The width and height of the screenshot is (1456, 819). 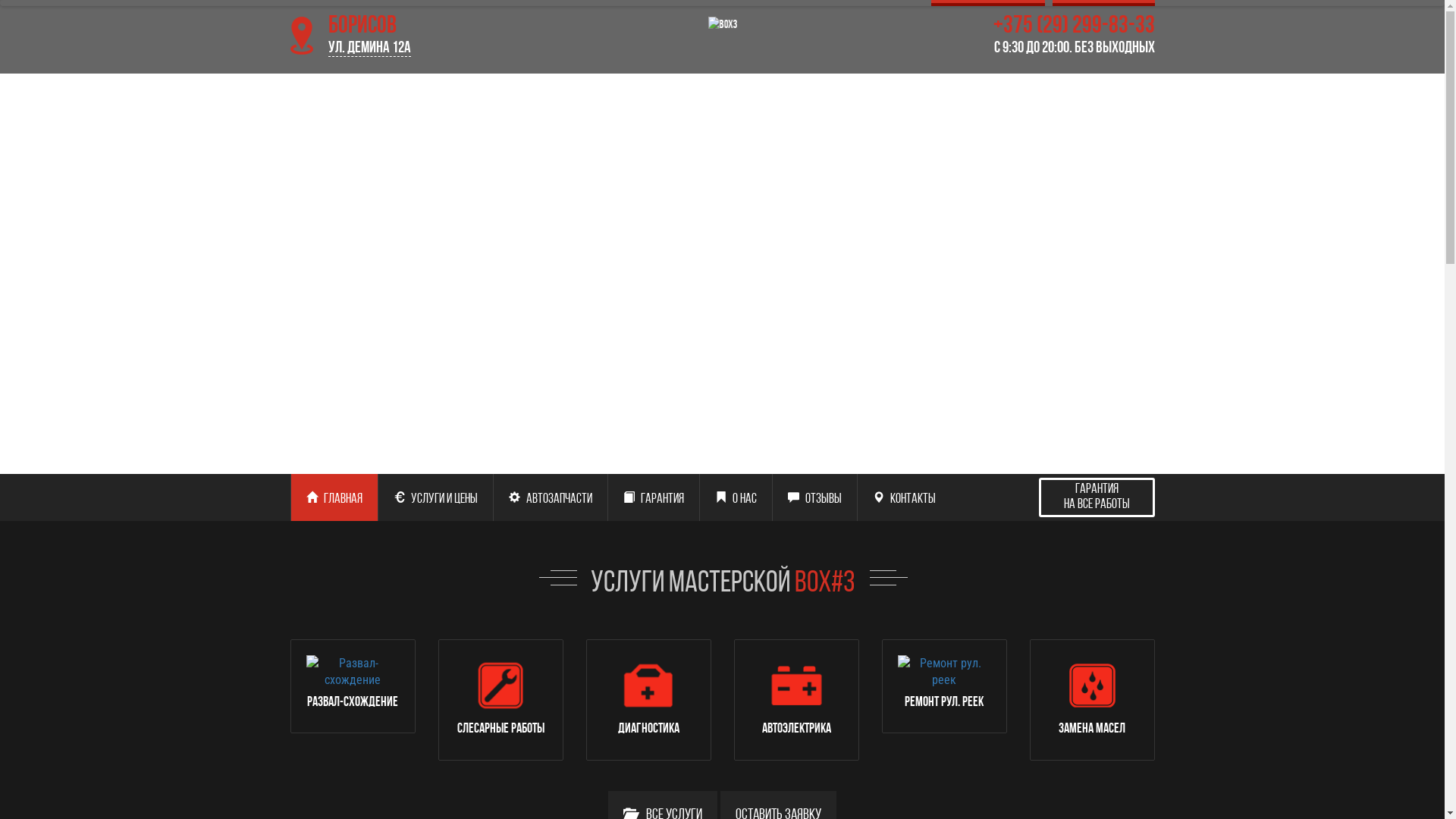 I want to click on '+375 (29) 299-83-33', so click(x=1018, y=36).